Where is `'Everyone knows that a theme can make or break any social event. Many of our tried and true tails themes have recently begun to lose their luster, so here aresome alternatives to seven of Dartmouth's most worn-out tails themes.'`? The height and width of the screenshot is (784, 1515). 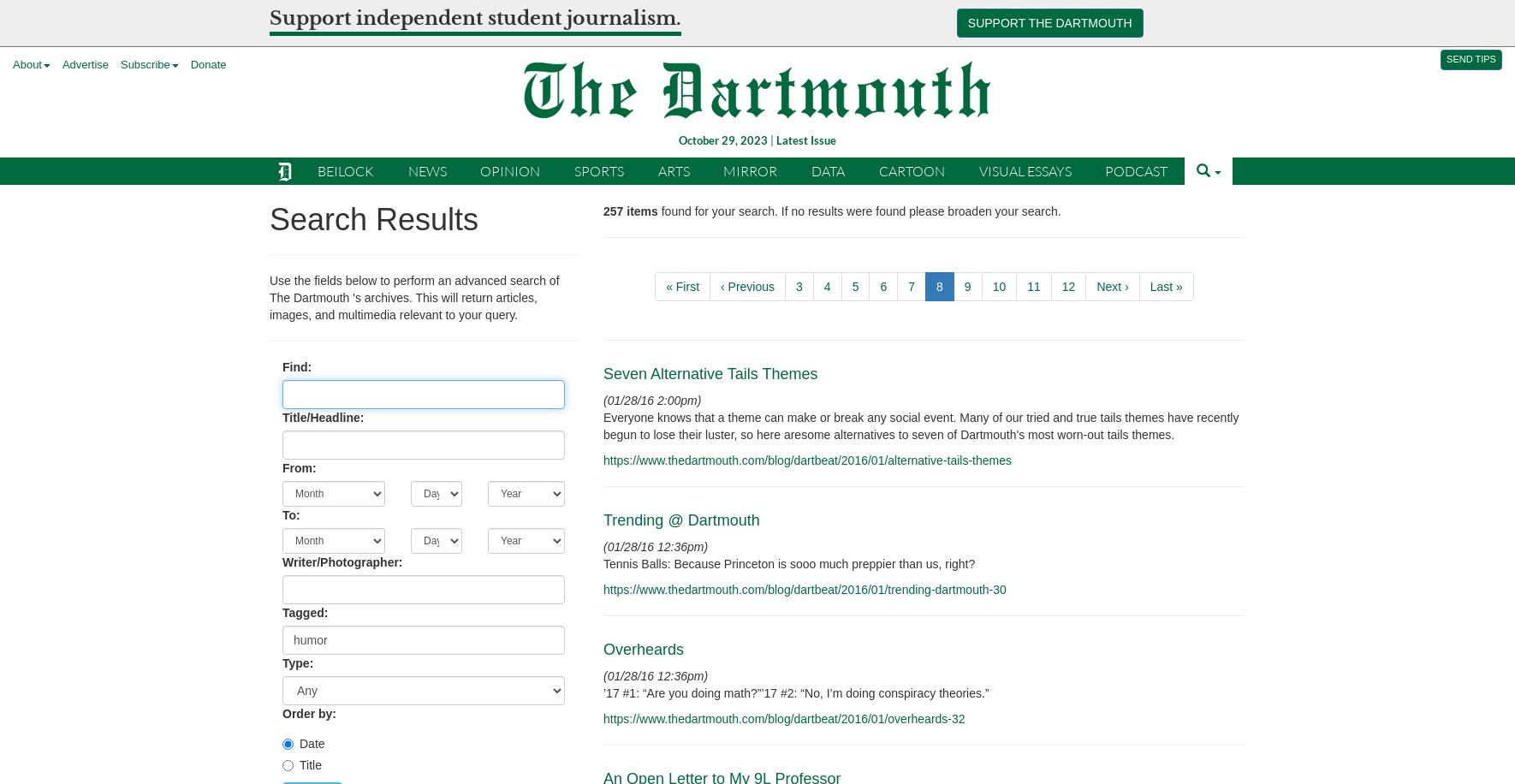 'Everyone knows that a theme can make or break any social event. Many of our tried and true tails themes have recently begun to lose their luster, so here aresome alternatives to seven of Dartmouth's most worn-out tails themes.' is located at coordinates (920, 426).